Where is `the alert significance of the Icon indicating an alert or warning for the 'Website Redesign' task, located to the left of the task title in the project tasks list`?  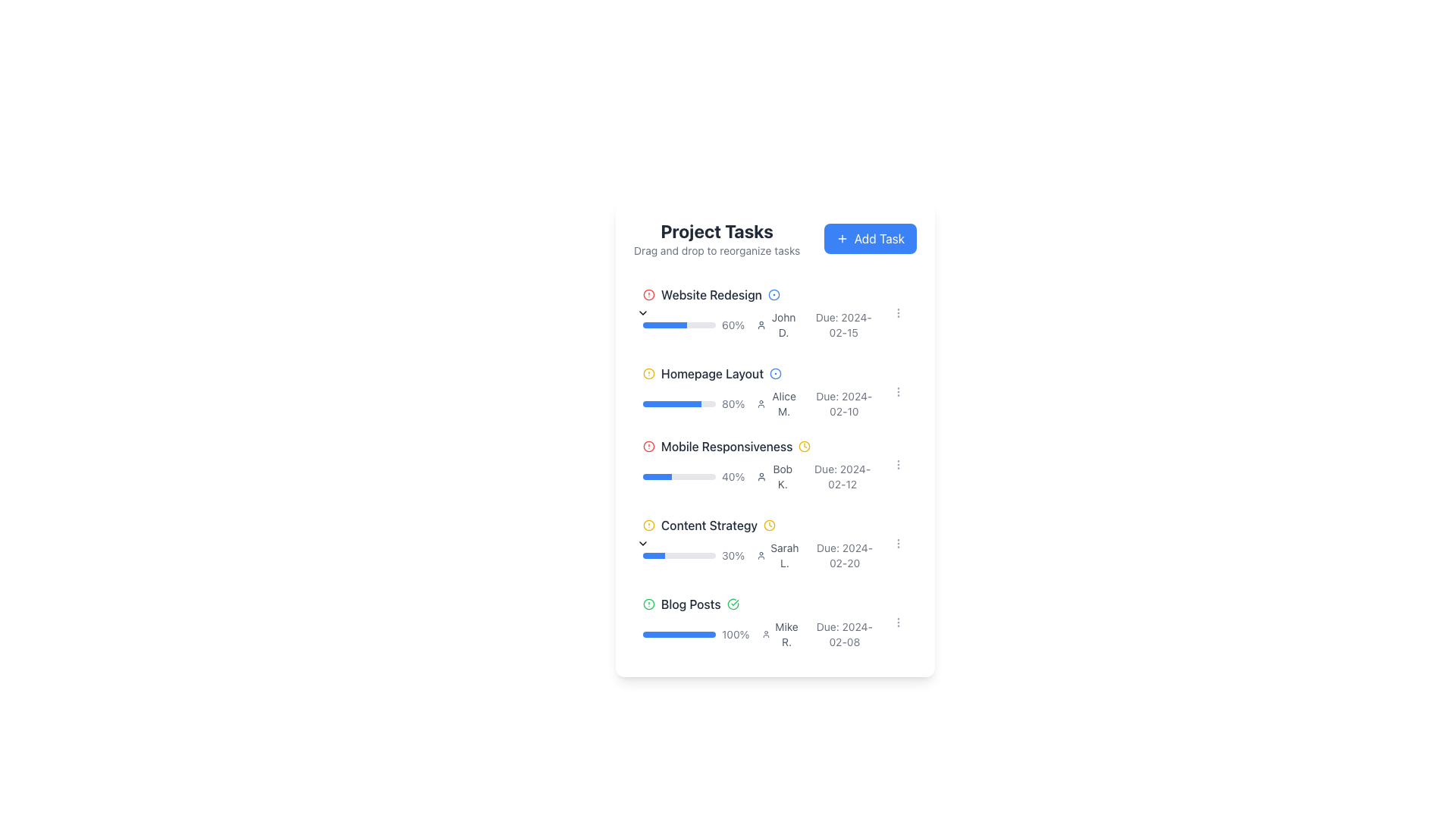 the alert significance of the Icon indicating an alert or warning for the 'Website Redesign' task, located to the left of the task title in the project tasks list is located at coordinates (648, 295).